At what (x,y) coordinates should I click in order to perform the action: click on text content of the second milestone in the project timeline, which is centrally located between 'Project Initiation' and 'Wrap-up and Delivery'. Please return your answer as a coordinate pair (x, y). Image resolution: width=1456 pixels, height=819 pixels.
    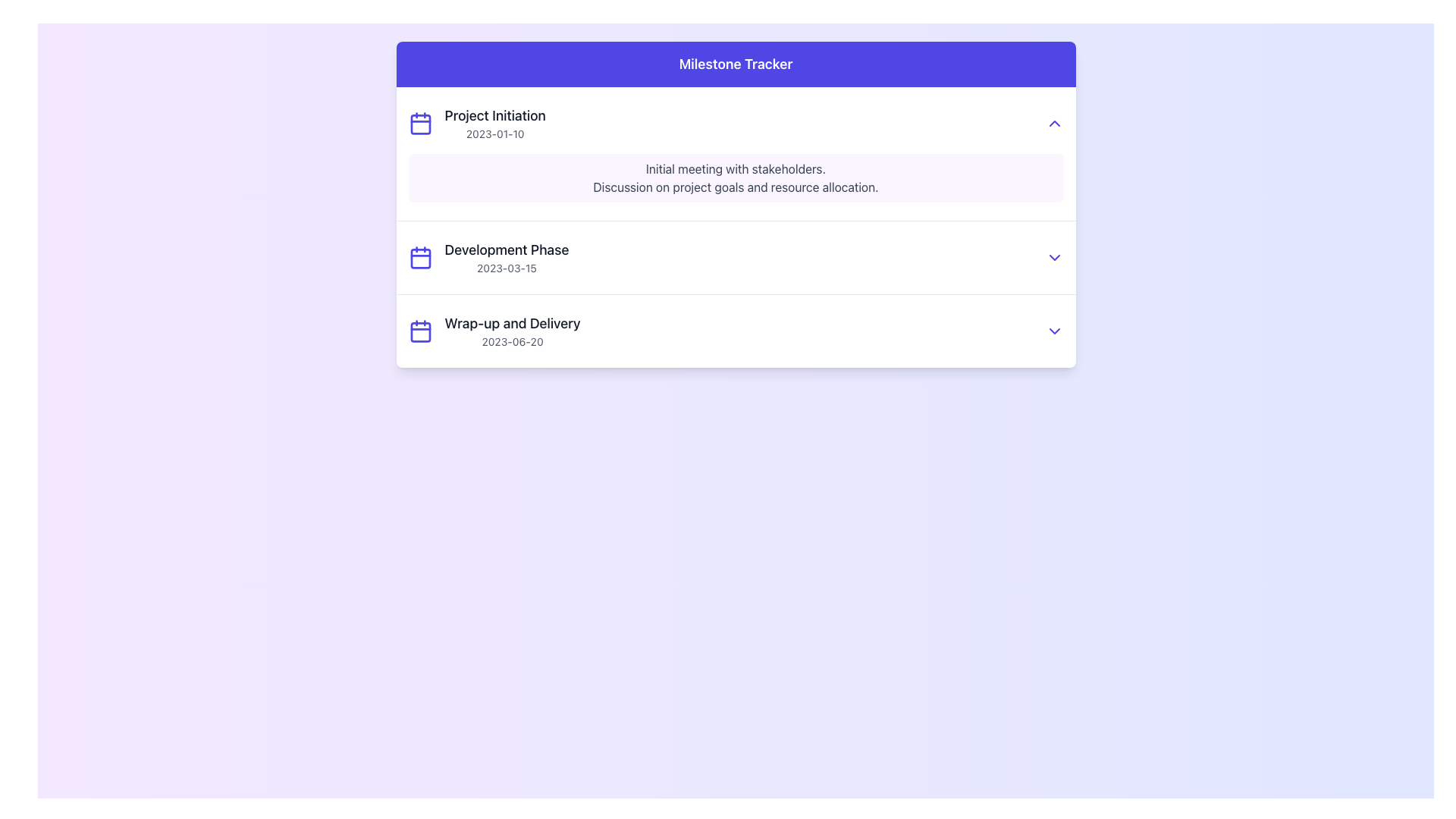
    Looking at the image, I should click on (507, 256).